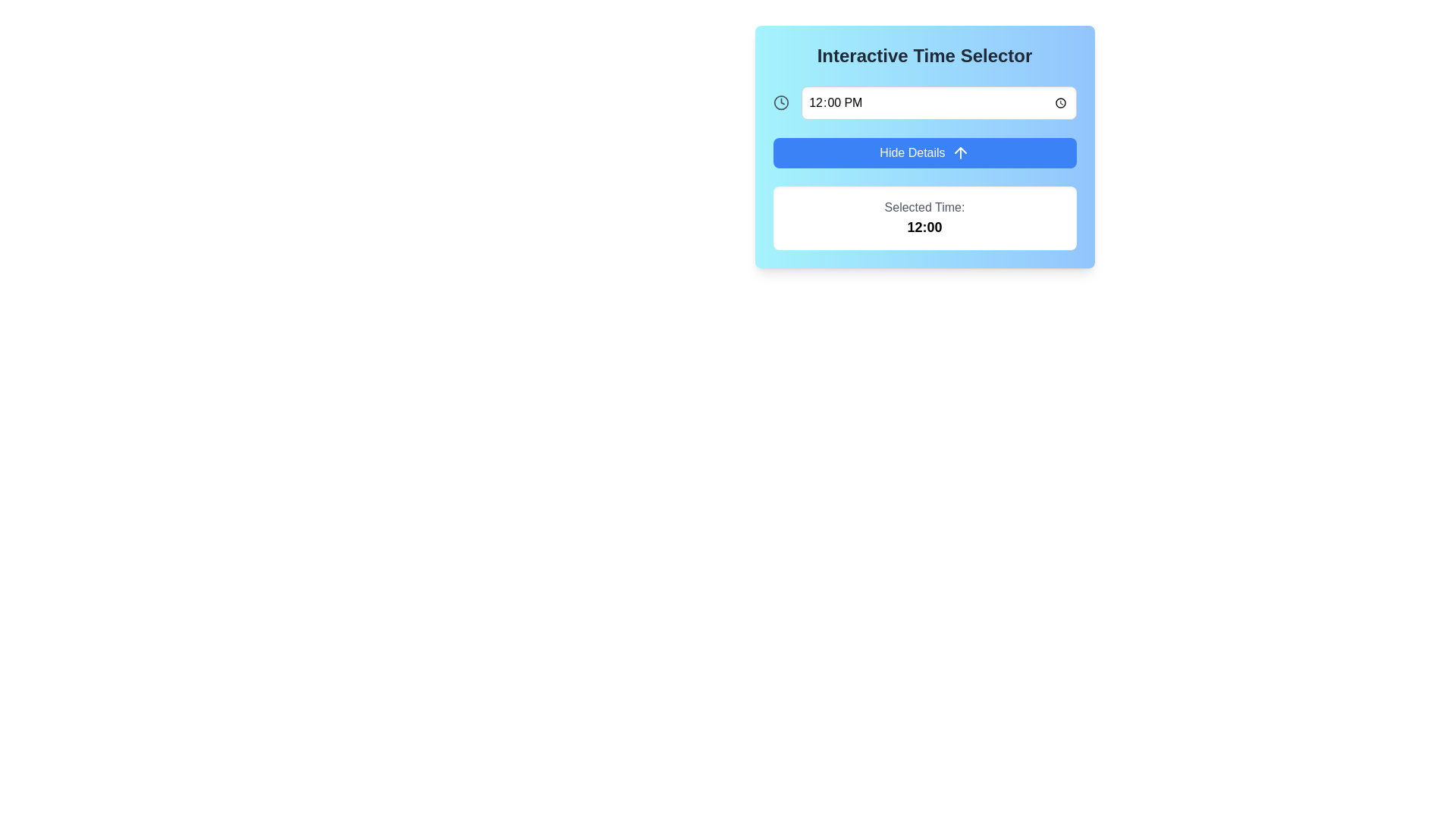 This screenshot has height=819, width=1456. Describe the element at coordinates (924, 152) in the screenshot. I see `the button that hides the details of the time selector panel to observe the style change` at that location.